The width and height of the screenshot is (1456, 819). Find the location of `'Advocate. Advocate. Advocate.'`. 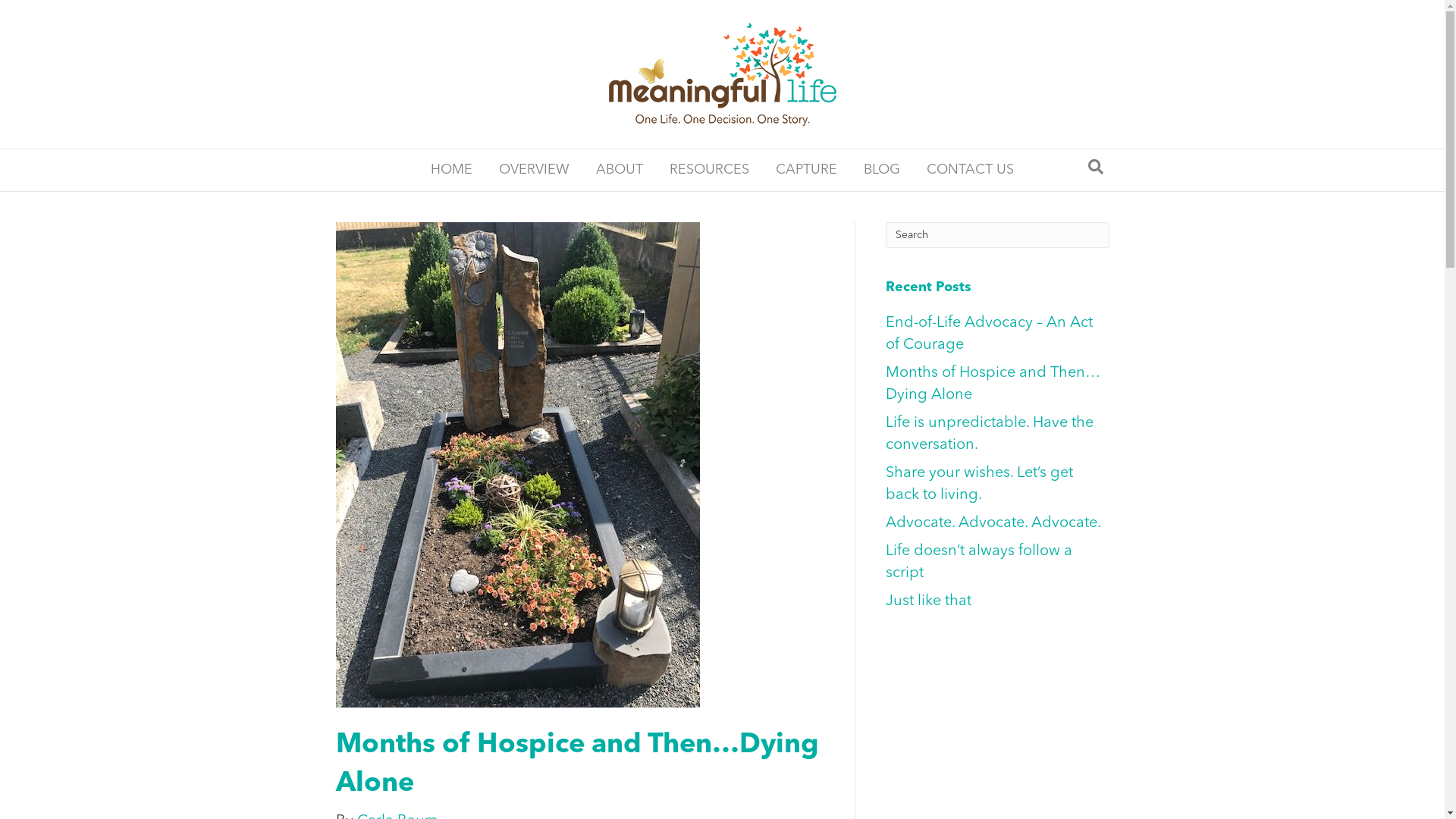

'Advocate. Advocate. Advocate.' is located at coordinates (993, 522).